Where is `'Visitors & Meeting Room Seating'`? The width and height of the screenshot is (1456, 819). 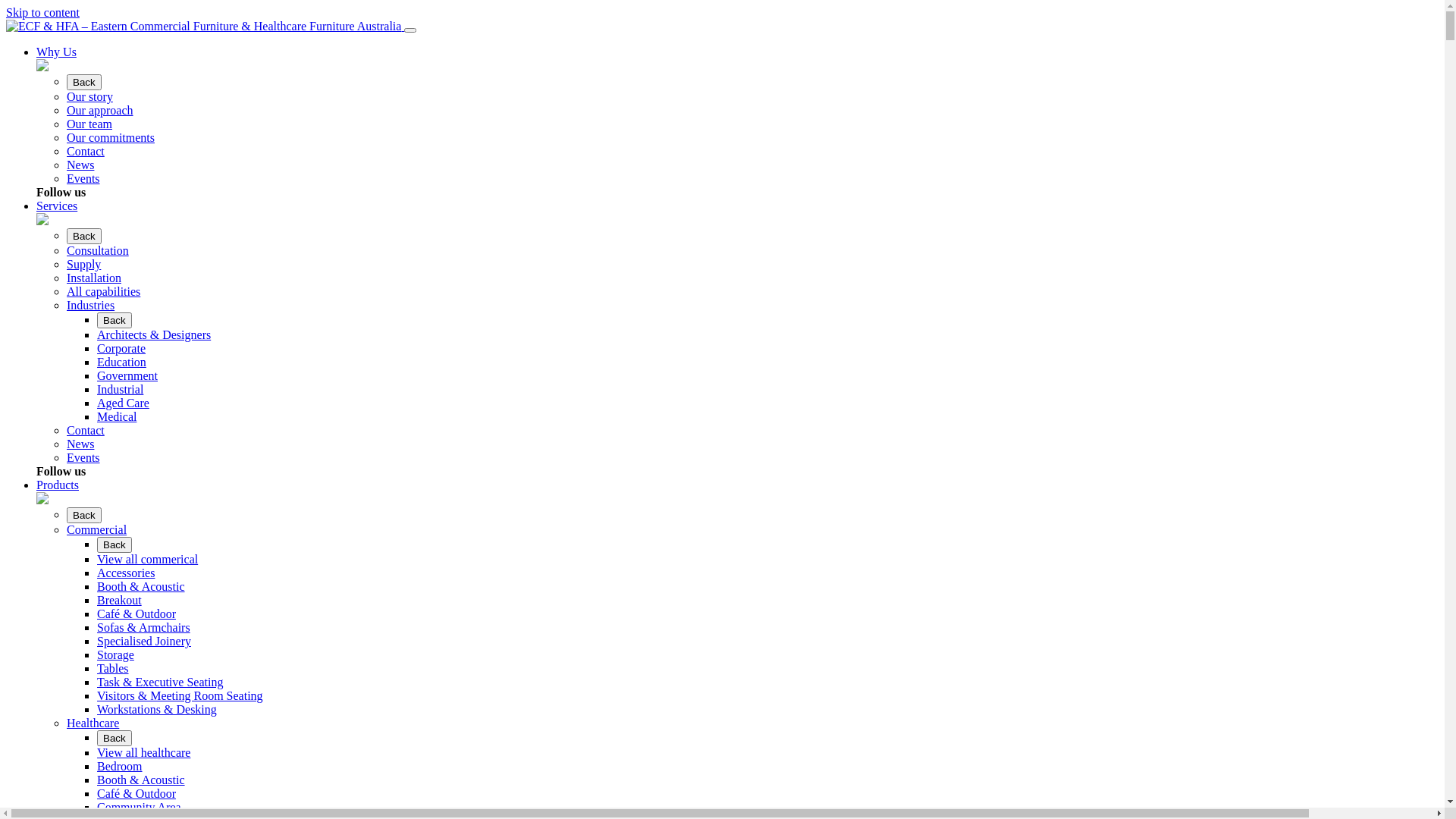 'Visitors & Meeting Room Seating' is located at coordinates (180, 695).